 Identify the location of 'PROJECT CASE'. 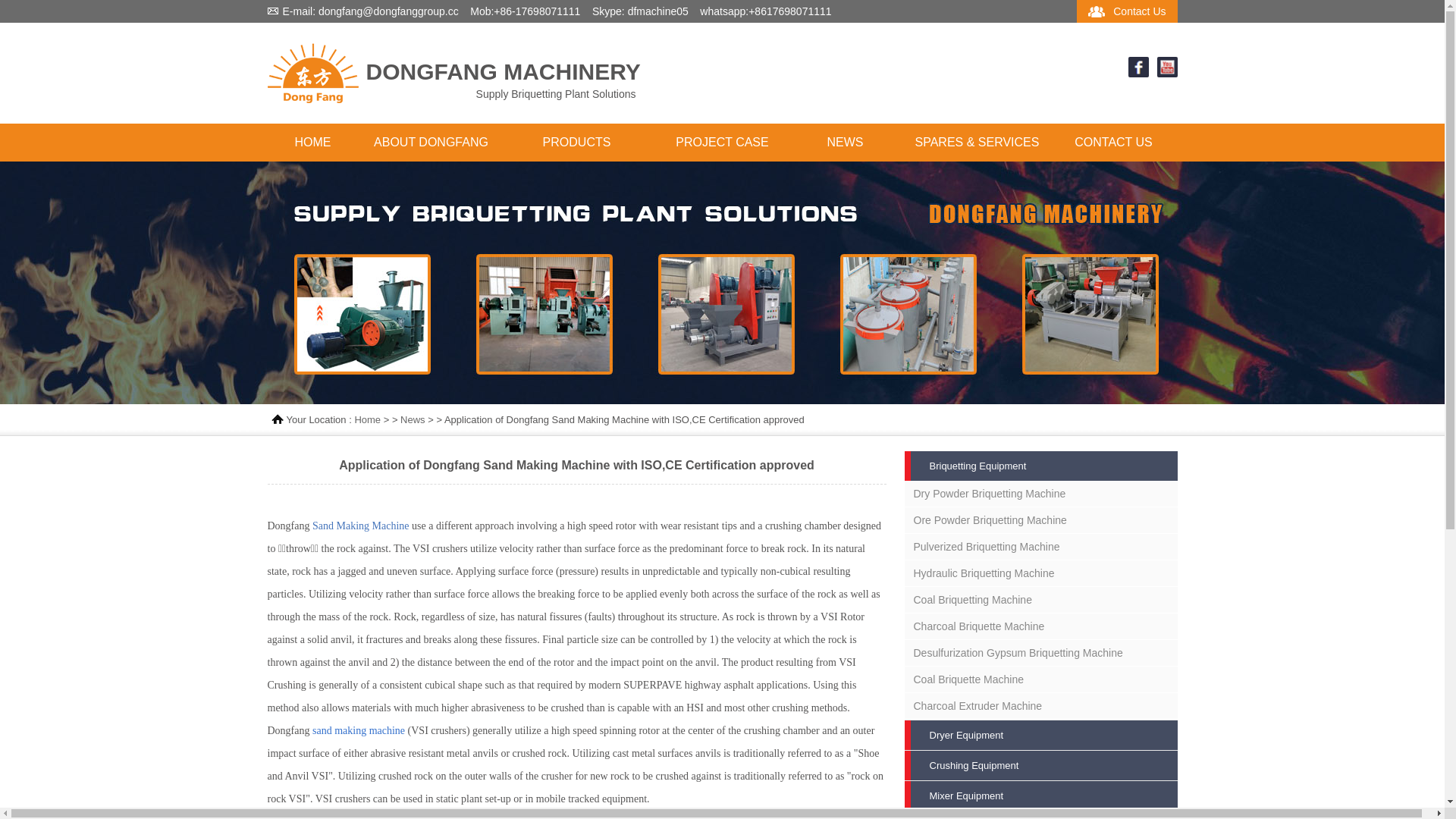
(720, 143).